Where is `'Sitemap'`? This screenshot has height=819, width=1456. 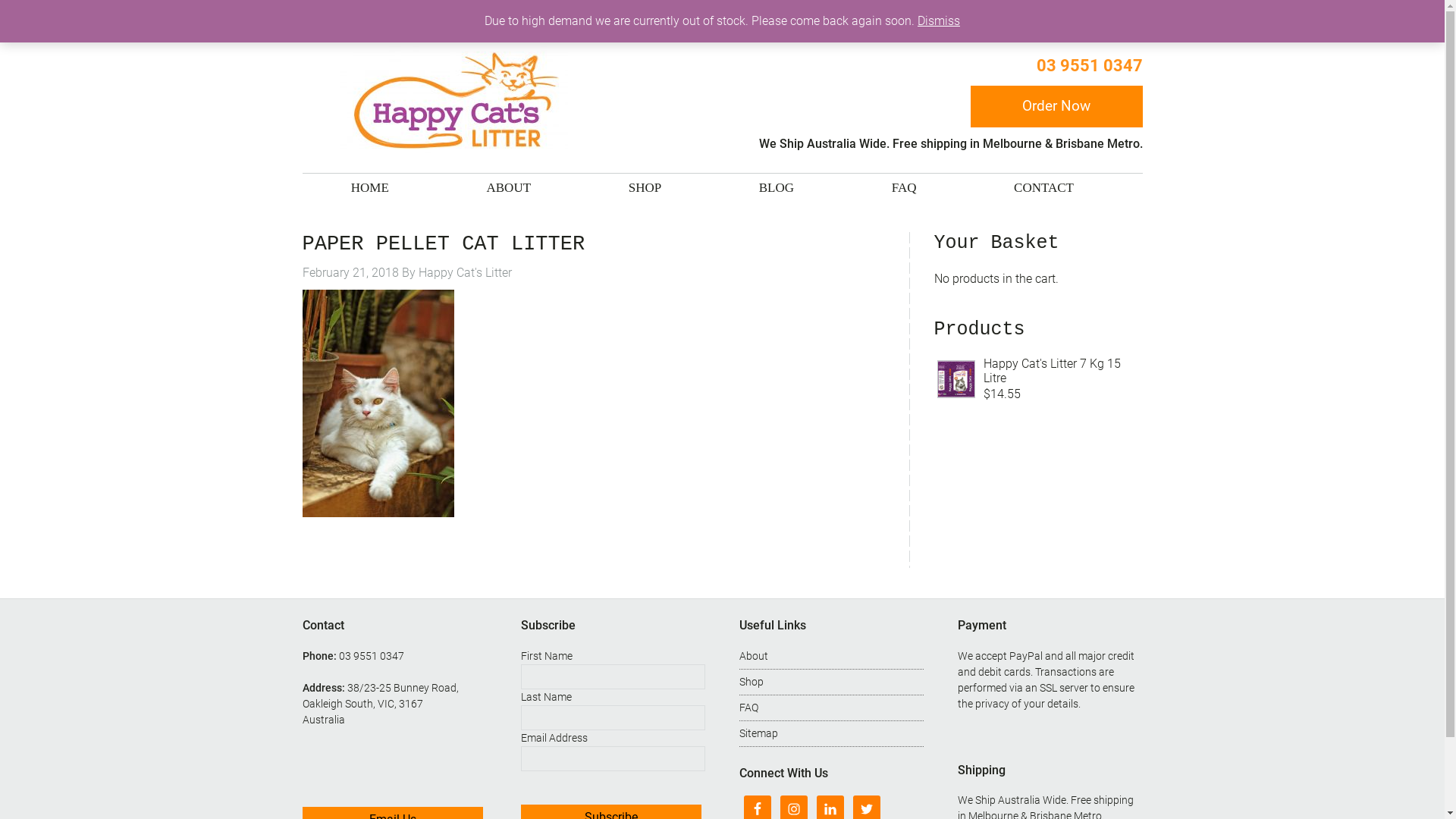 'Sitemap' is located at coordinates (758, 733).